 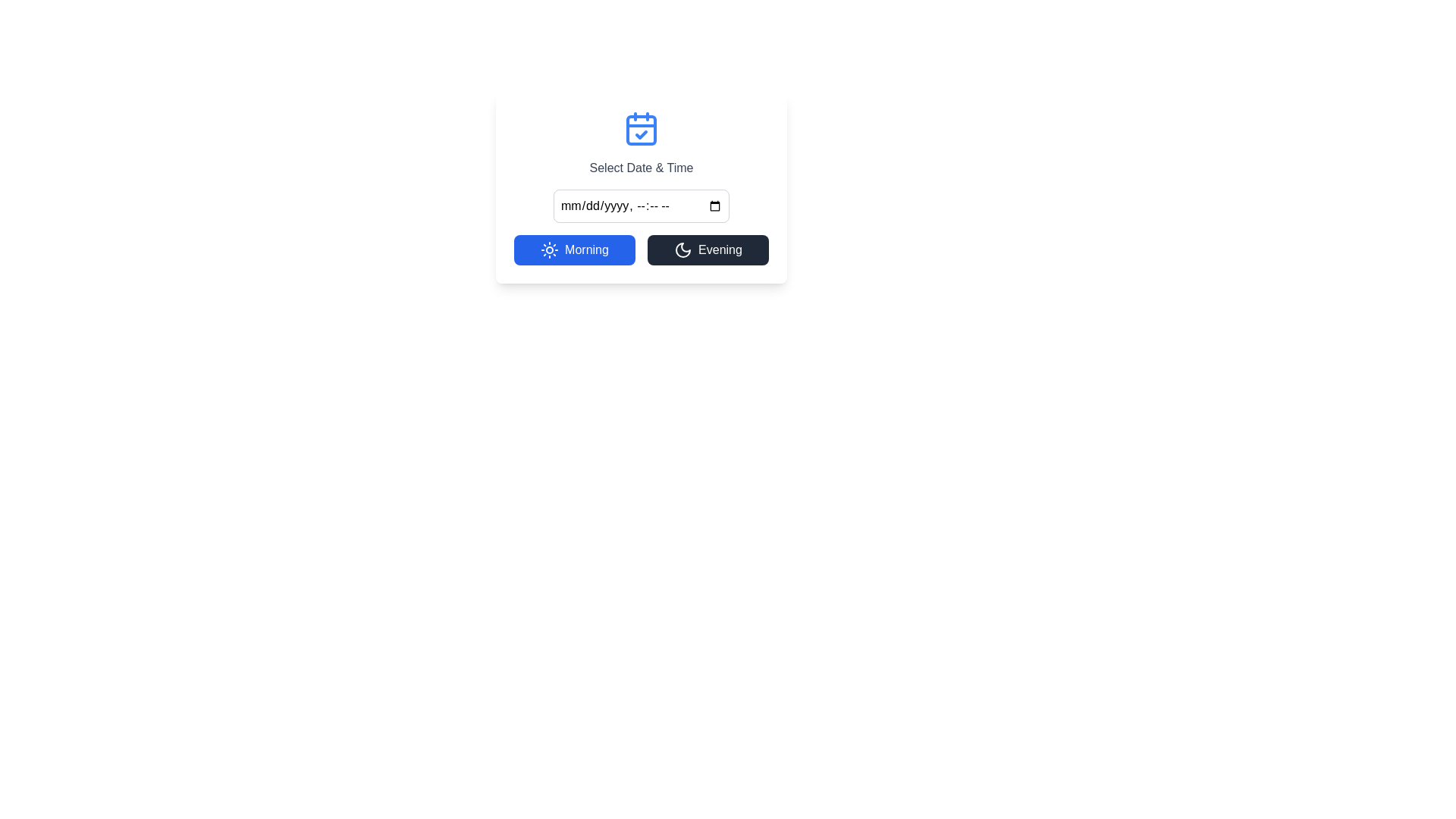 I want to click on the 'Morning' button, which is the first button in a pair of buttons for selecting time periods, to trigger the hover effect, so click(x=574, y=249).